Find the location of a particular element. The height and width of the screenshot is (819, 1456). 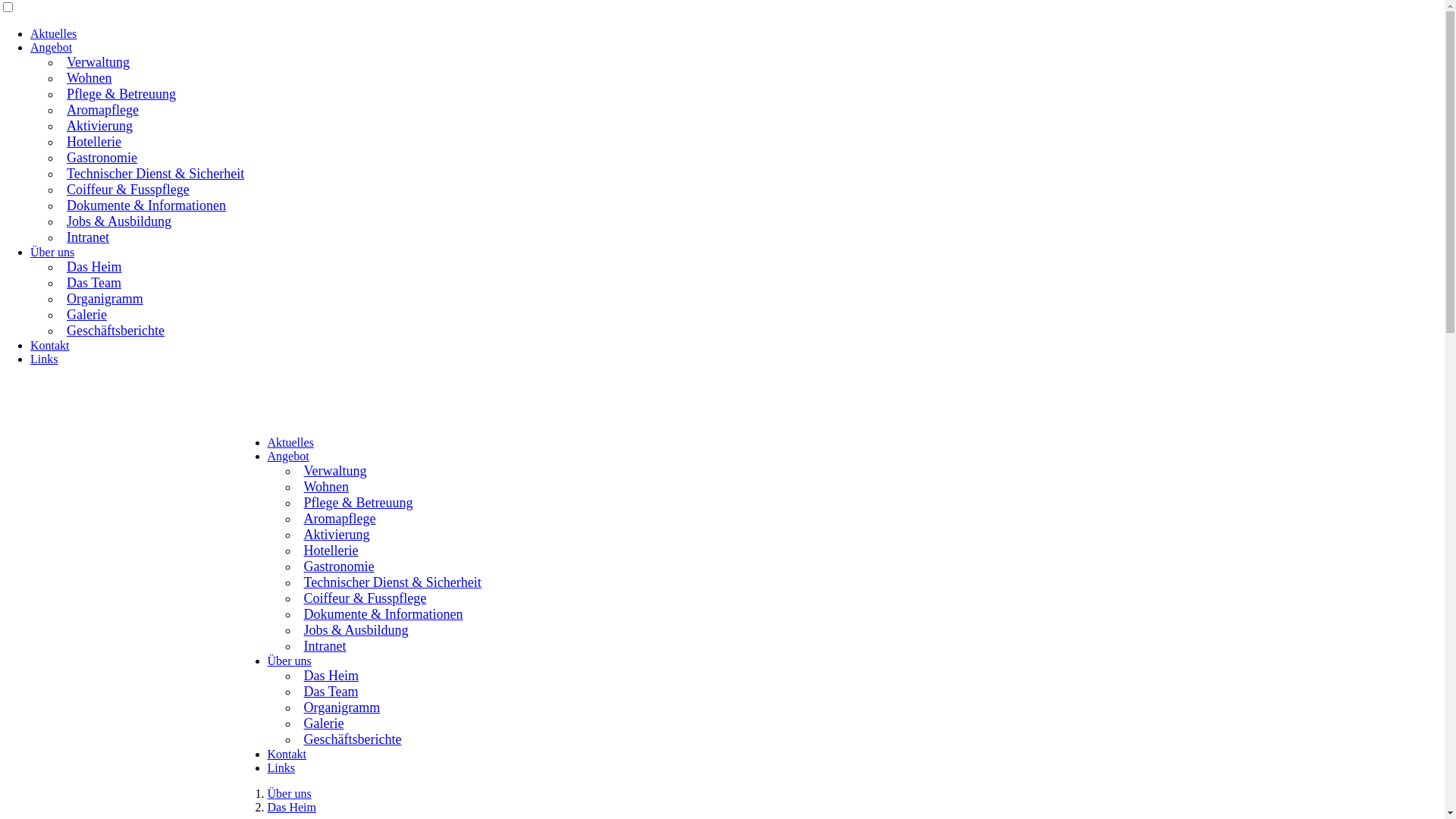

'Intranet' is located at coordinates (322, 644).